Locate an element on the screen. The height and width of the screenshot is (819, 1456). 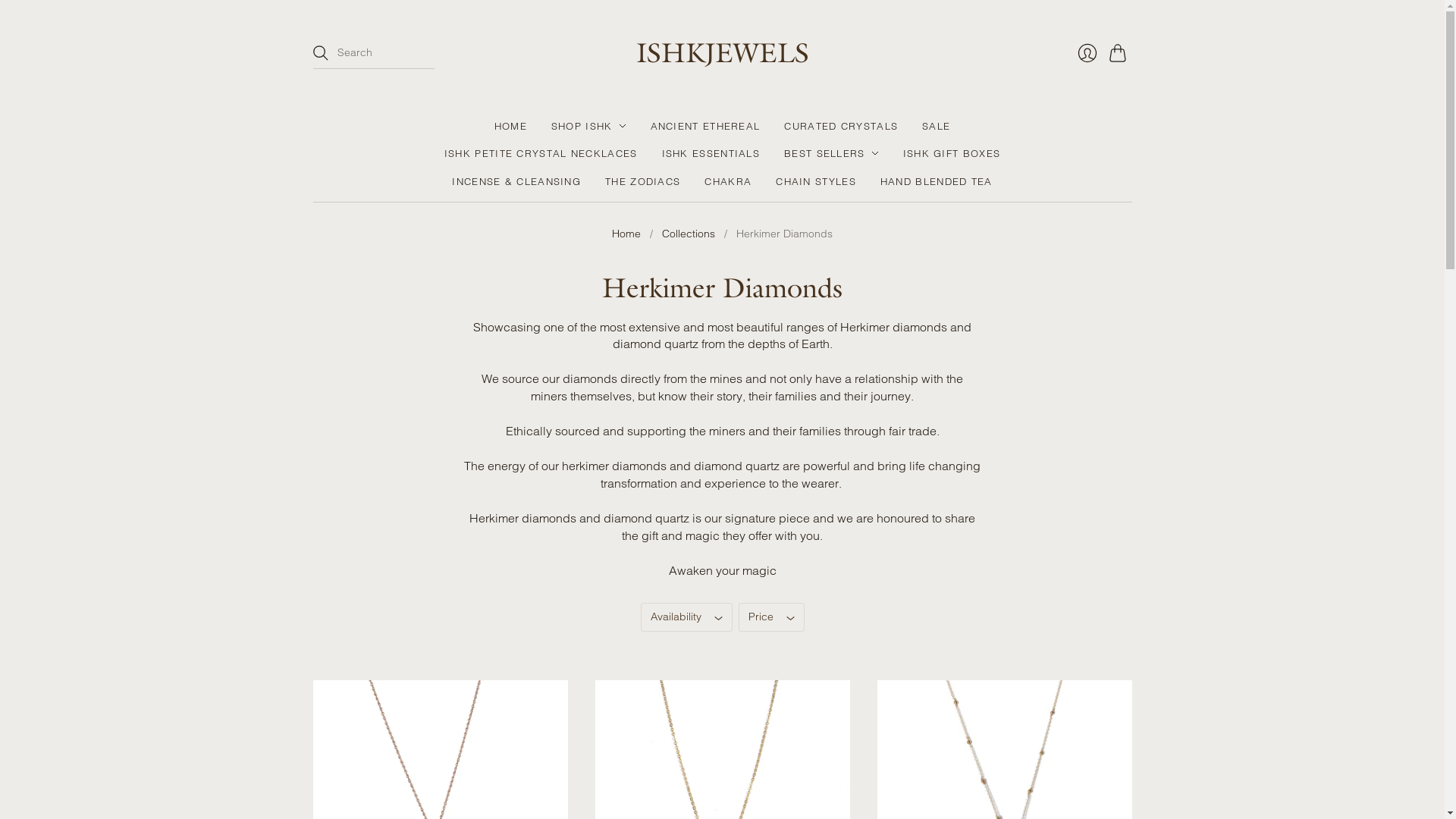
'Login' is located at coordinates (1086, 52).